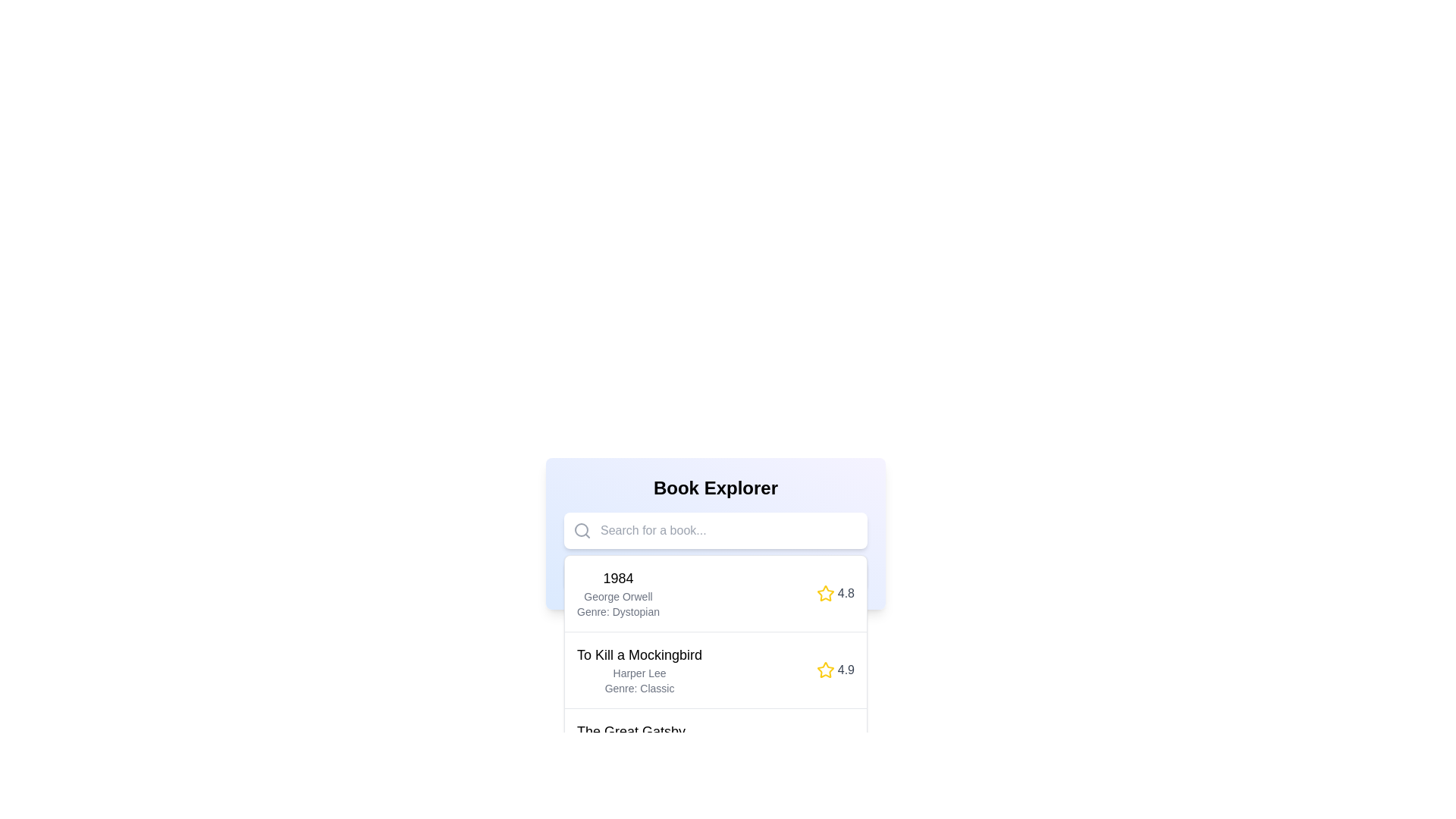 This screenshot has width=1456, height=819. What do you see at coordinates (618, 593) in the screenshot?
I see `the Text element that provides information about a book, including its title, author, and genre, located in the first item of a vertical list in the main content area` at bounding box center [618, 593].